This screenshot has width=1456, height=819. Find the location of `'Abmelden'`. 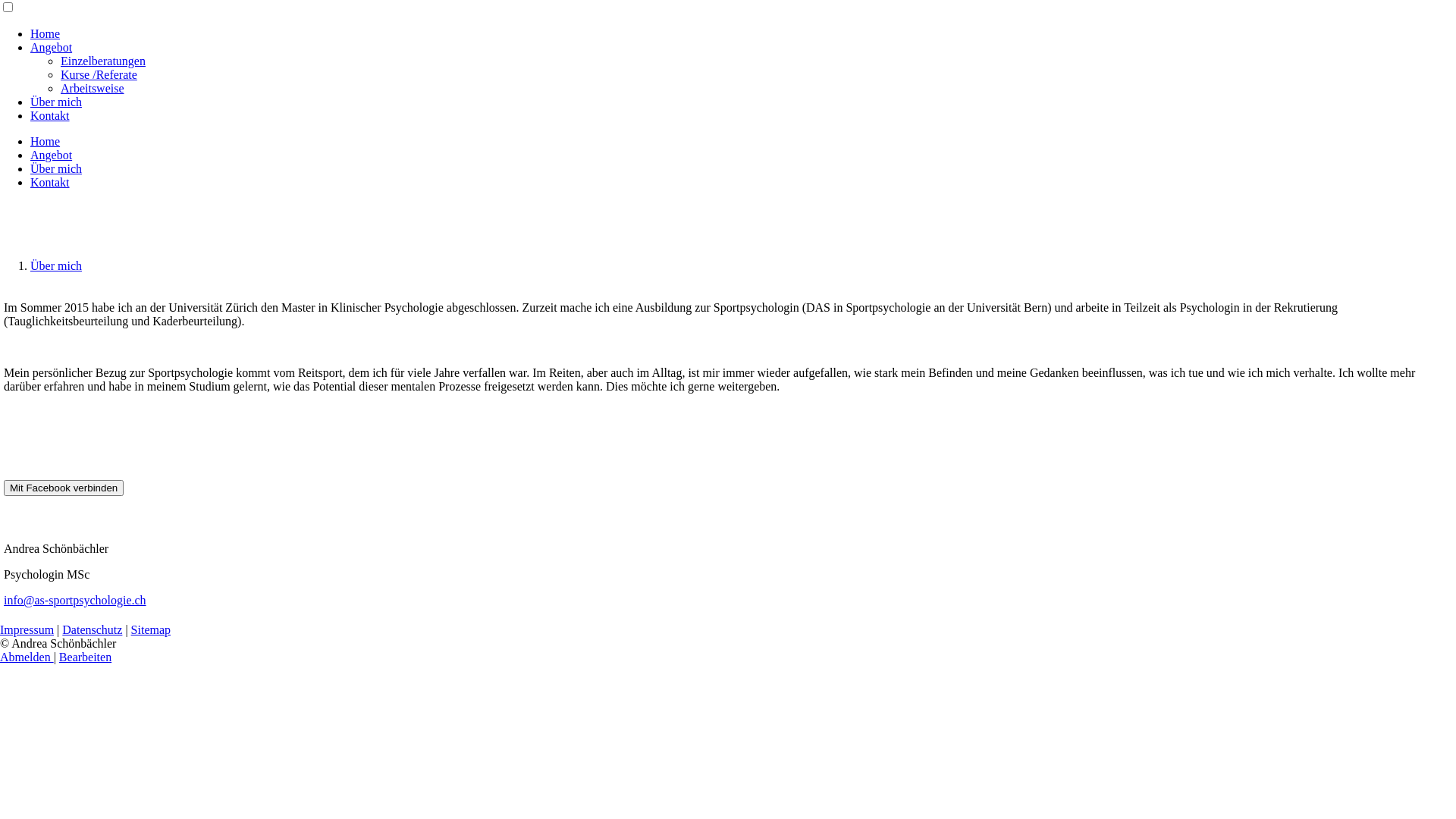

'Abmelden' is located at coordinates (27, 656).